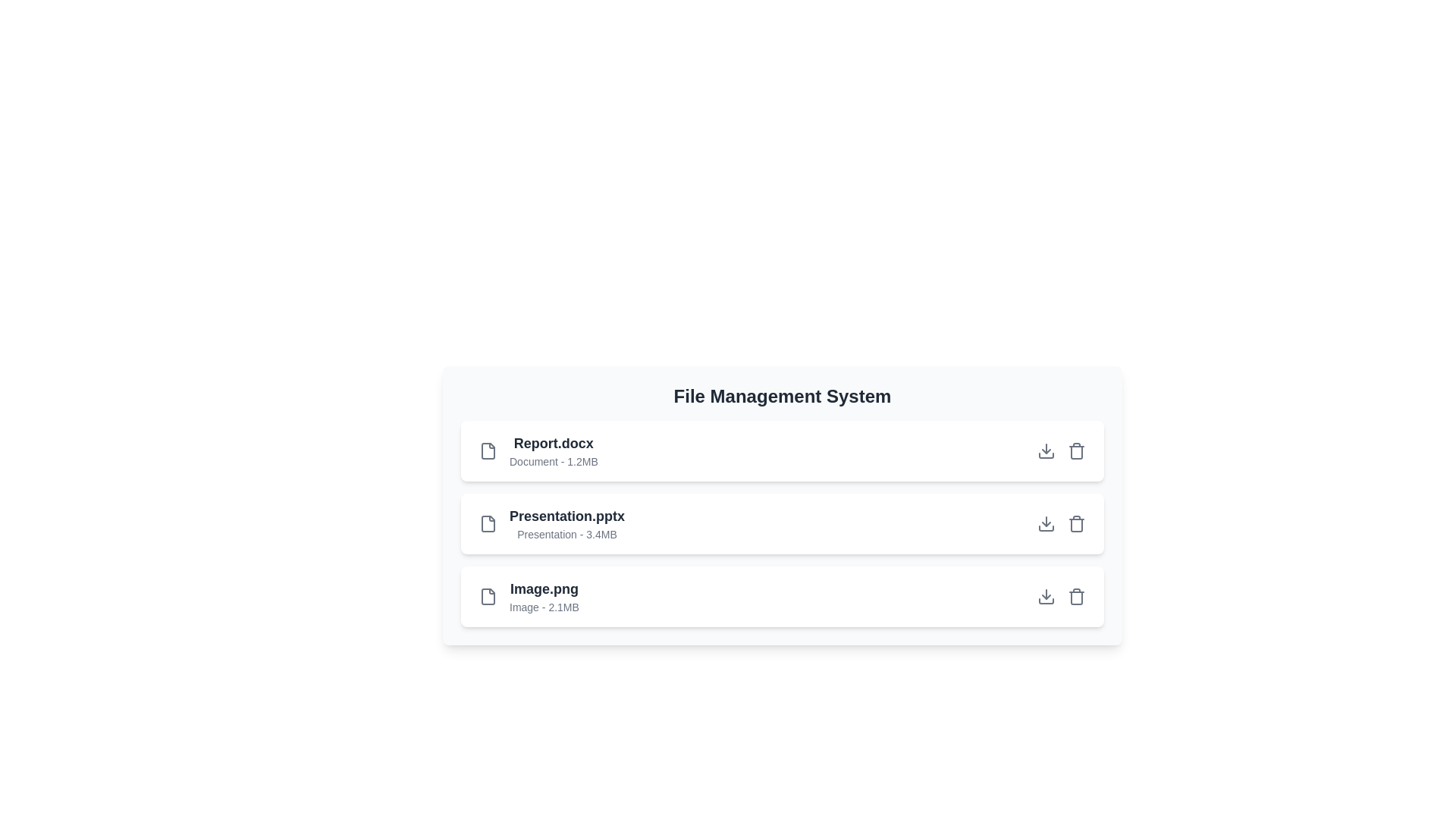 This screenshot has height=819, width=1456. Describe the element at coordinates (1046, 595) in the screenshot. I see `download button for the file Image.png` at that location.